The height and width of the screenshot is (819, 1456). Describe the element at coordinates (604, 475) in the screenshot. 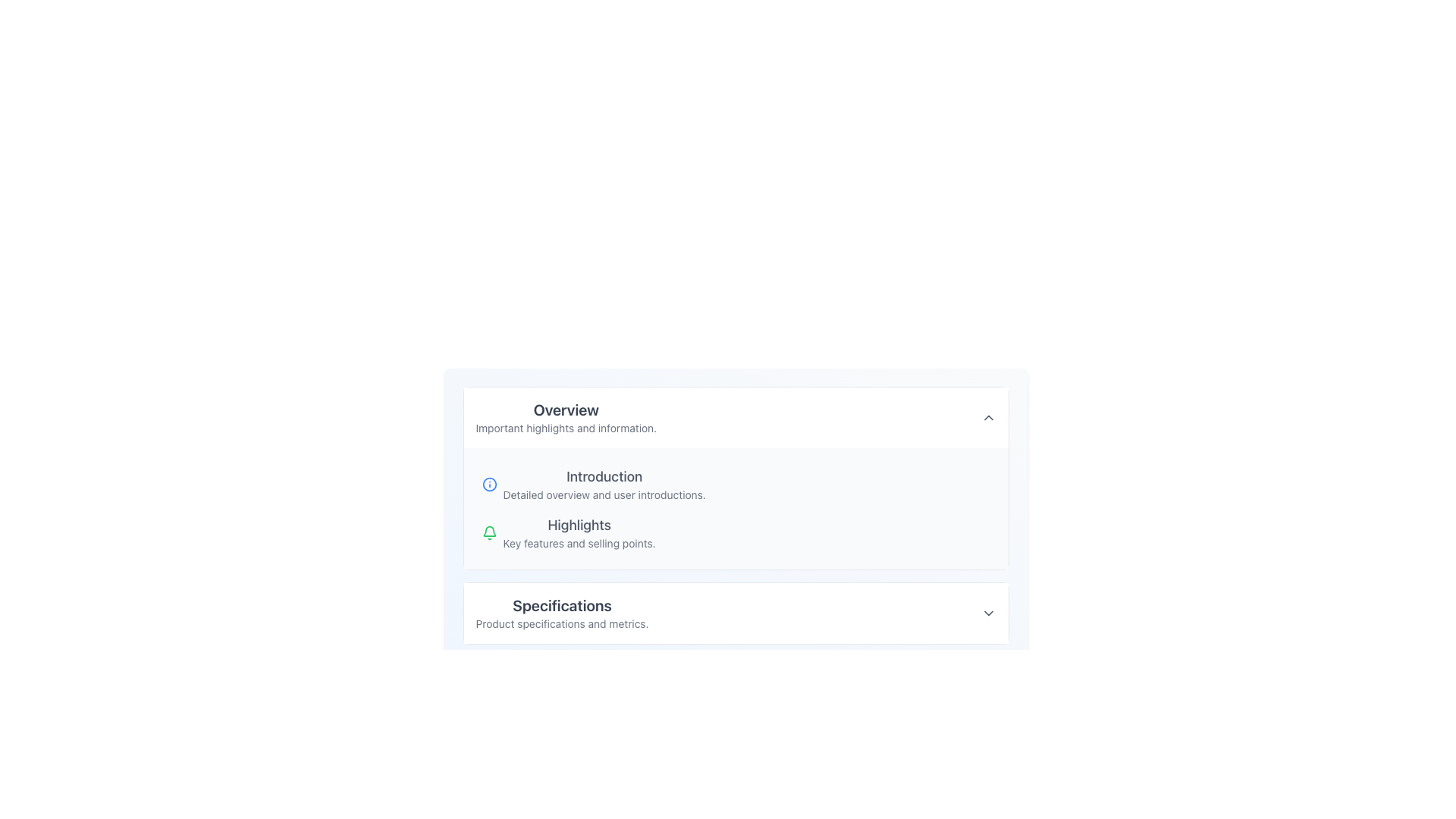

I see `text from the 'Introduction' label located in the middle of the vertical section under the 'Overview' header, styled in a large, bold gray font` at that location.